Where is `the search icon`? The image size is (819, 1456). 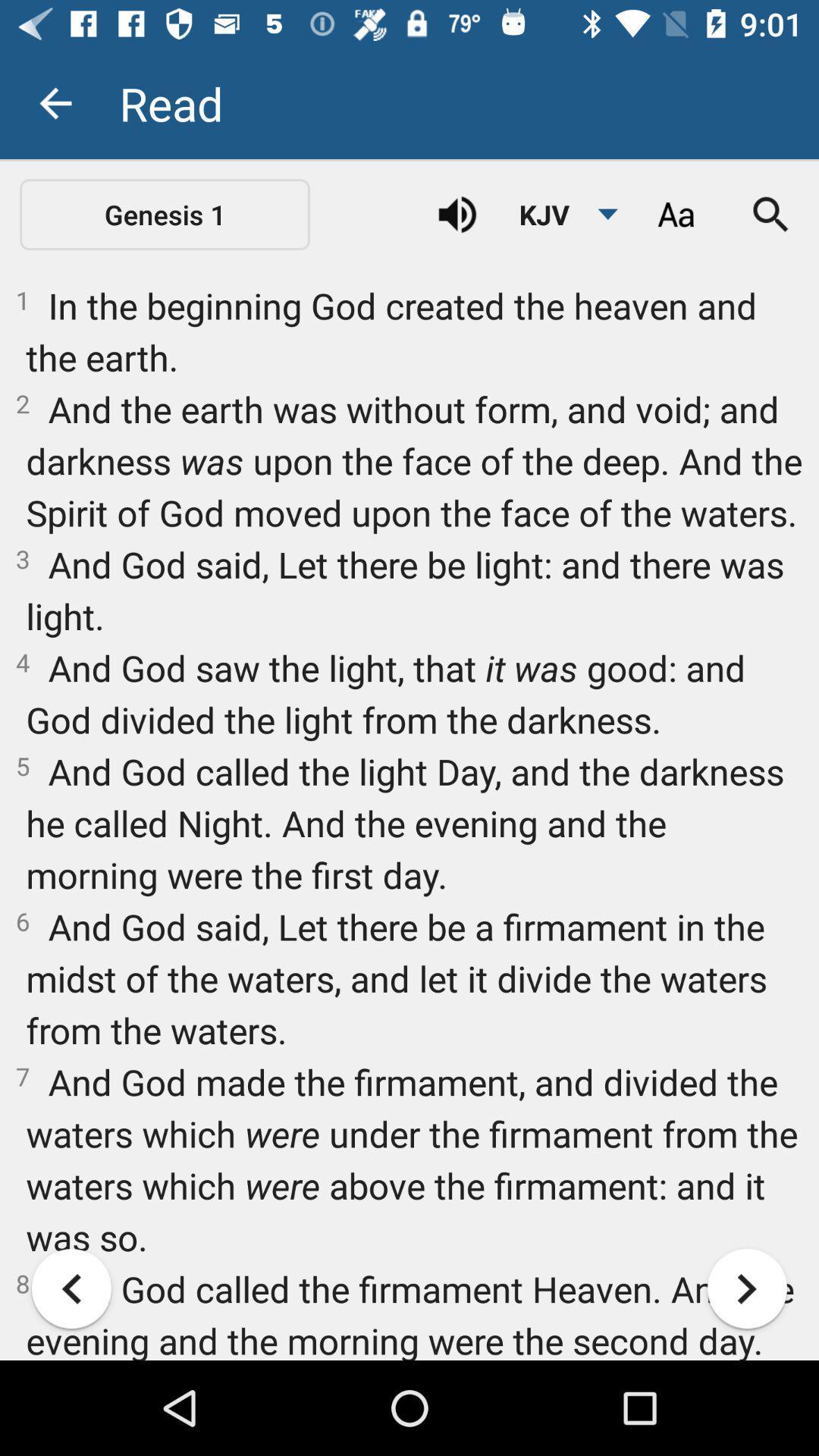
the search icon is located at coordinates (771, 214).